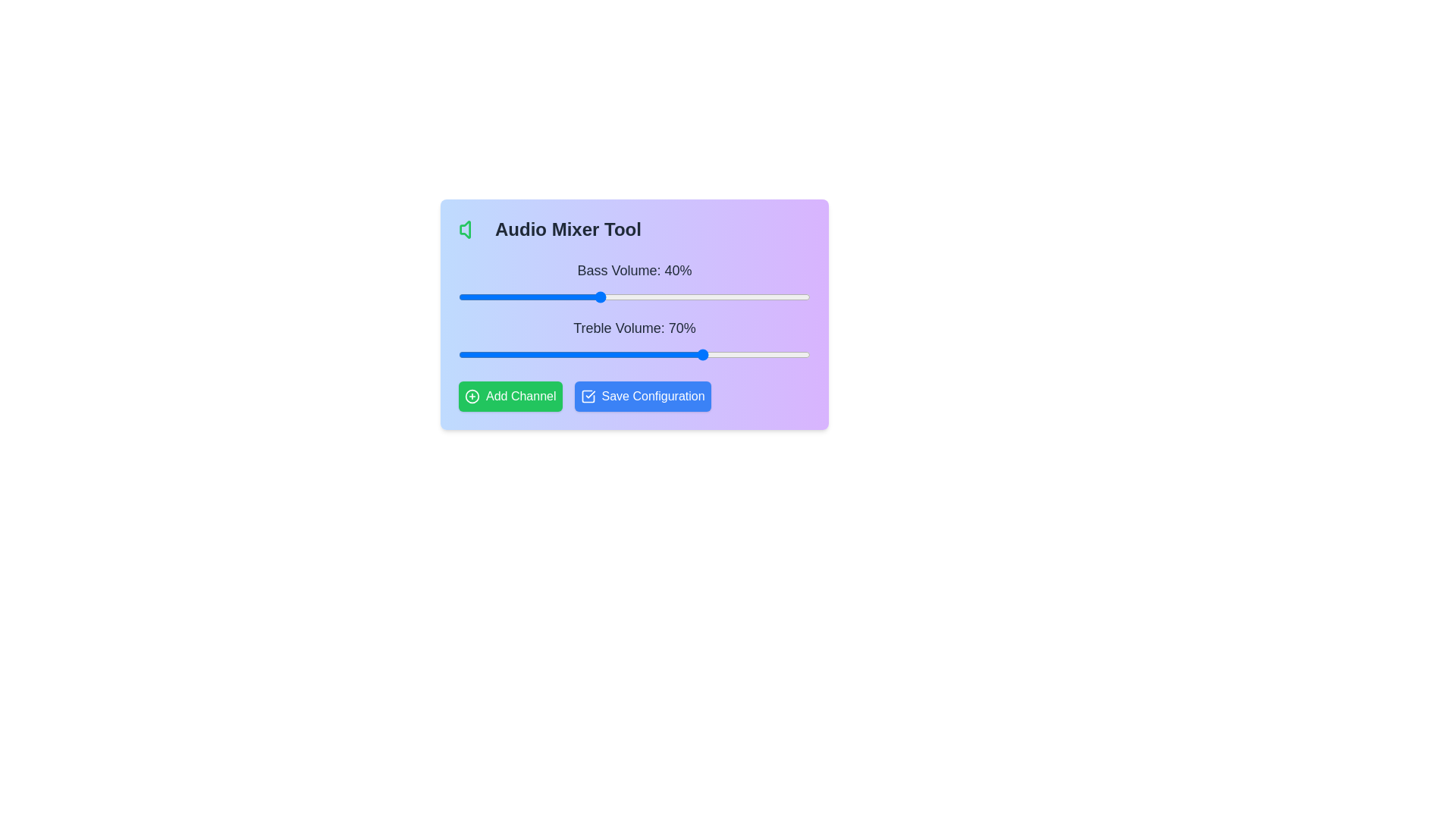 This screenshot has height=819, width=1456. Describe the element at coordinates (634, 311) in the screenshot. I see `and drag the bass volume slider labeled 'Bass Volume: 40%' to adjust its value` at that location.